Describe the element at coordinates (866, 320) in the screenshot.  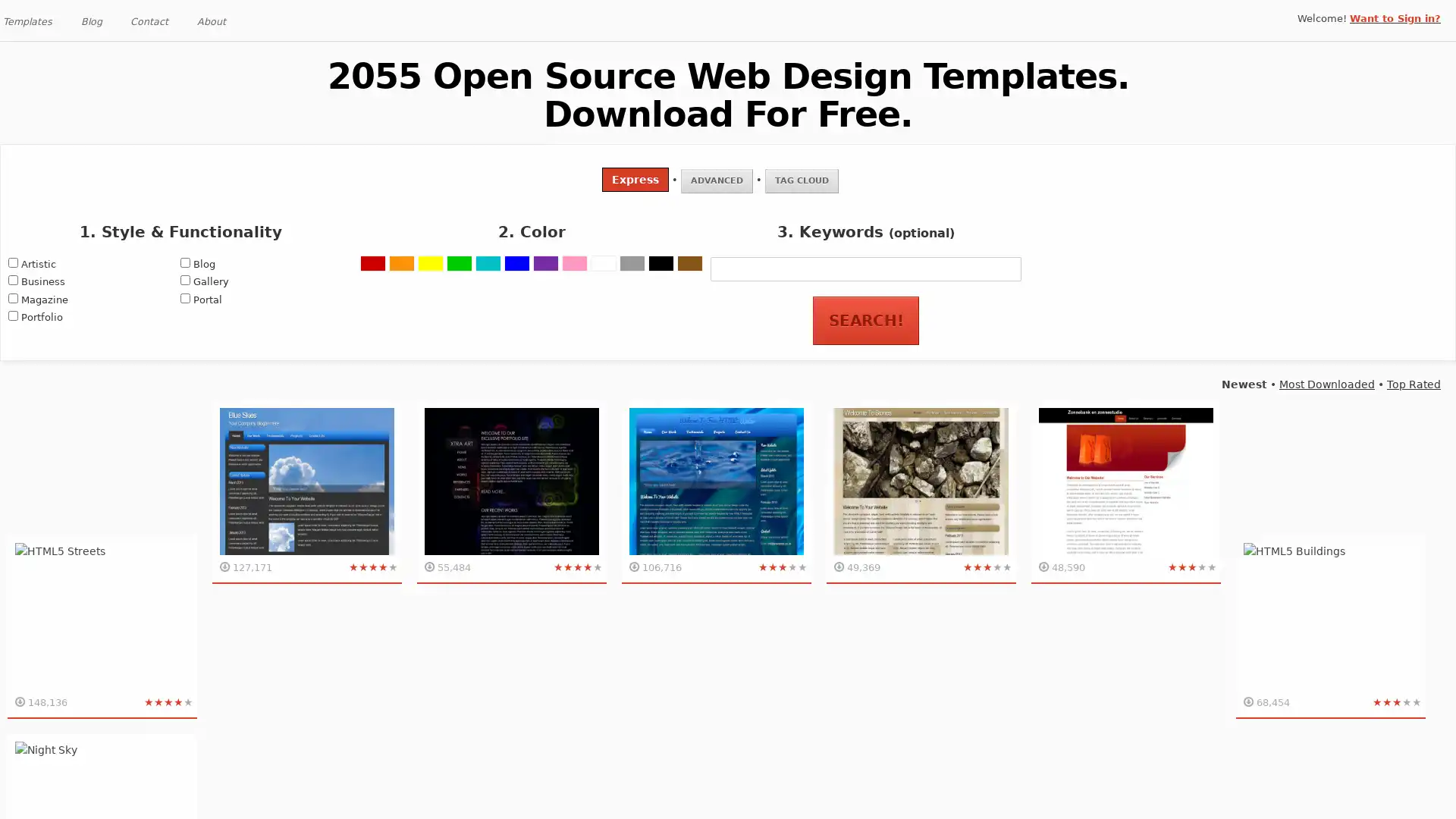
I see `Search!` at that location.